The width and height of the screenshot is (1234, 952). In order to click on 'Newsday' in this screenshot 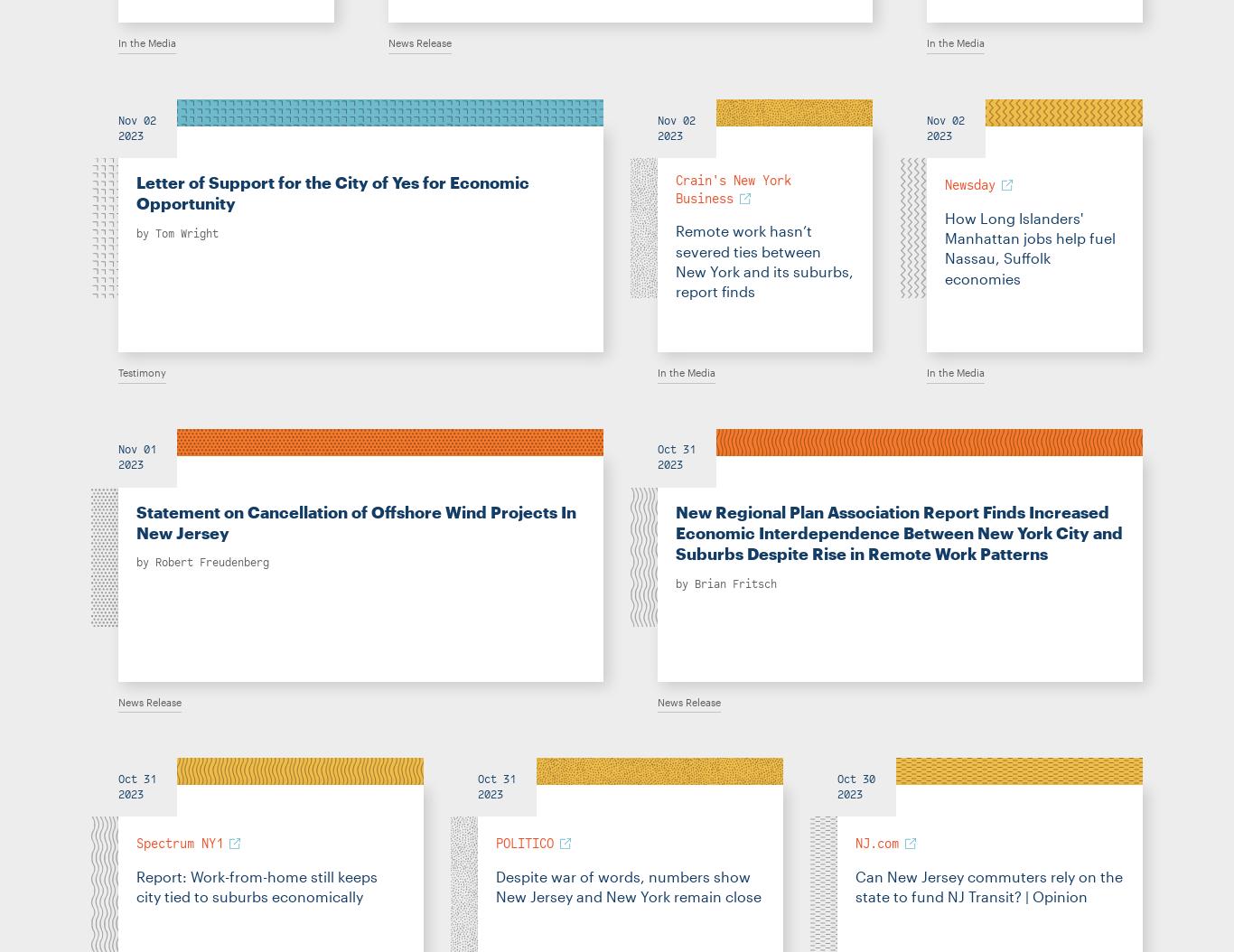, I will do `click(968, 184)`.